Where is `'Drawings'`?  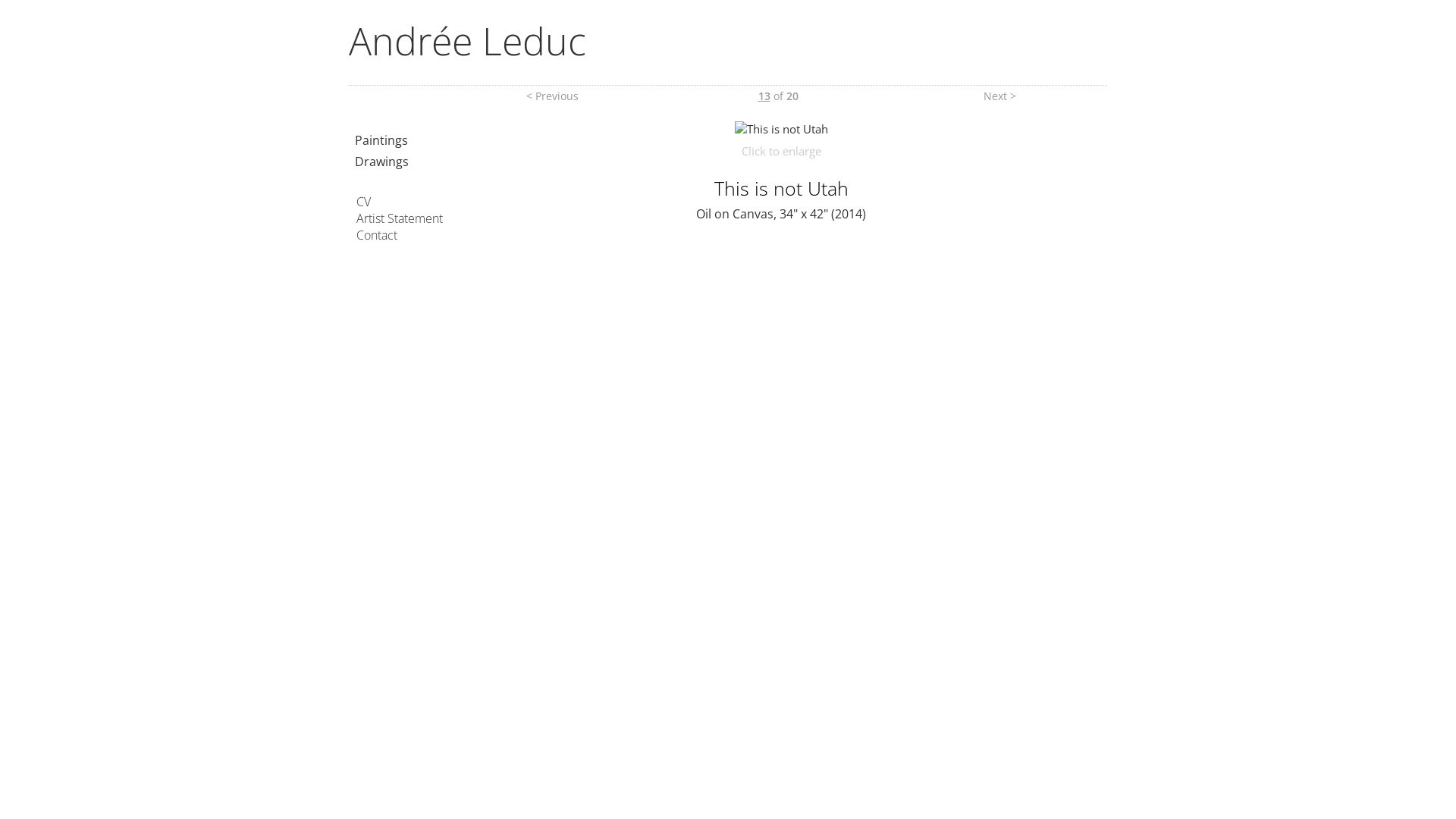
'Drawings' is located at coordinates (353, 161).